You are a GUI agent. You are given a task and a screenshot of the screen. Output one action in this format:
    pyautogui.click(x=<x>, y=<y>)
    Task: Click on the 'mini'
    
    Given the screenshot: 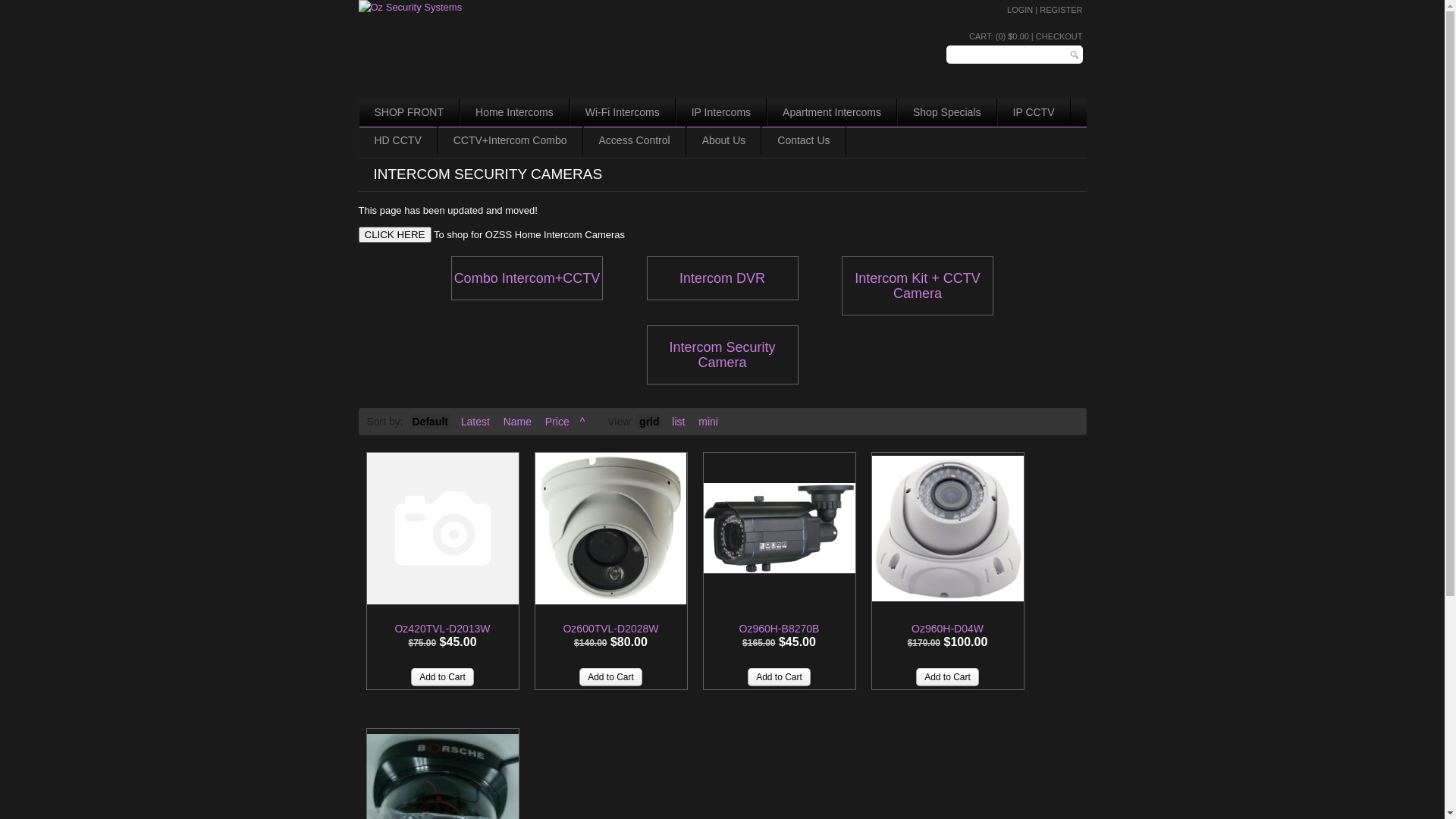 What is the action you would take?
    pyautogui.click(x=708, y=421)
    